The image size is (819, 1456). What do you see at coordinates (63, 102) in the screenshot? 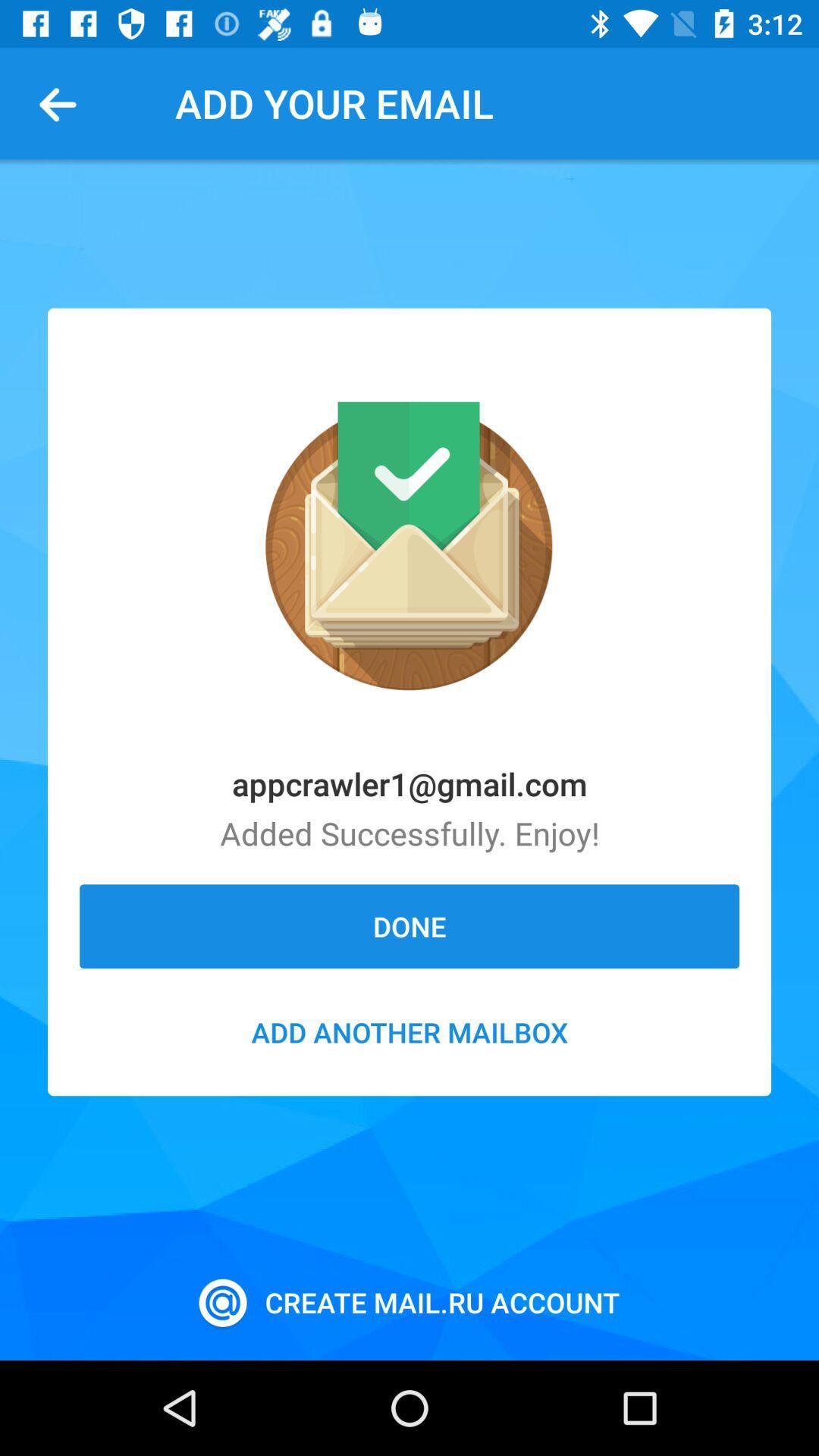
I see `the icon at the top left corner` at bounding box center [63, 102].